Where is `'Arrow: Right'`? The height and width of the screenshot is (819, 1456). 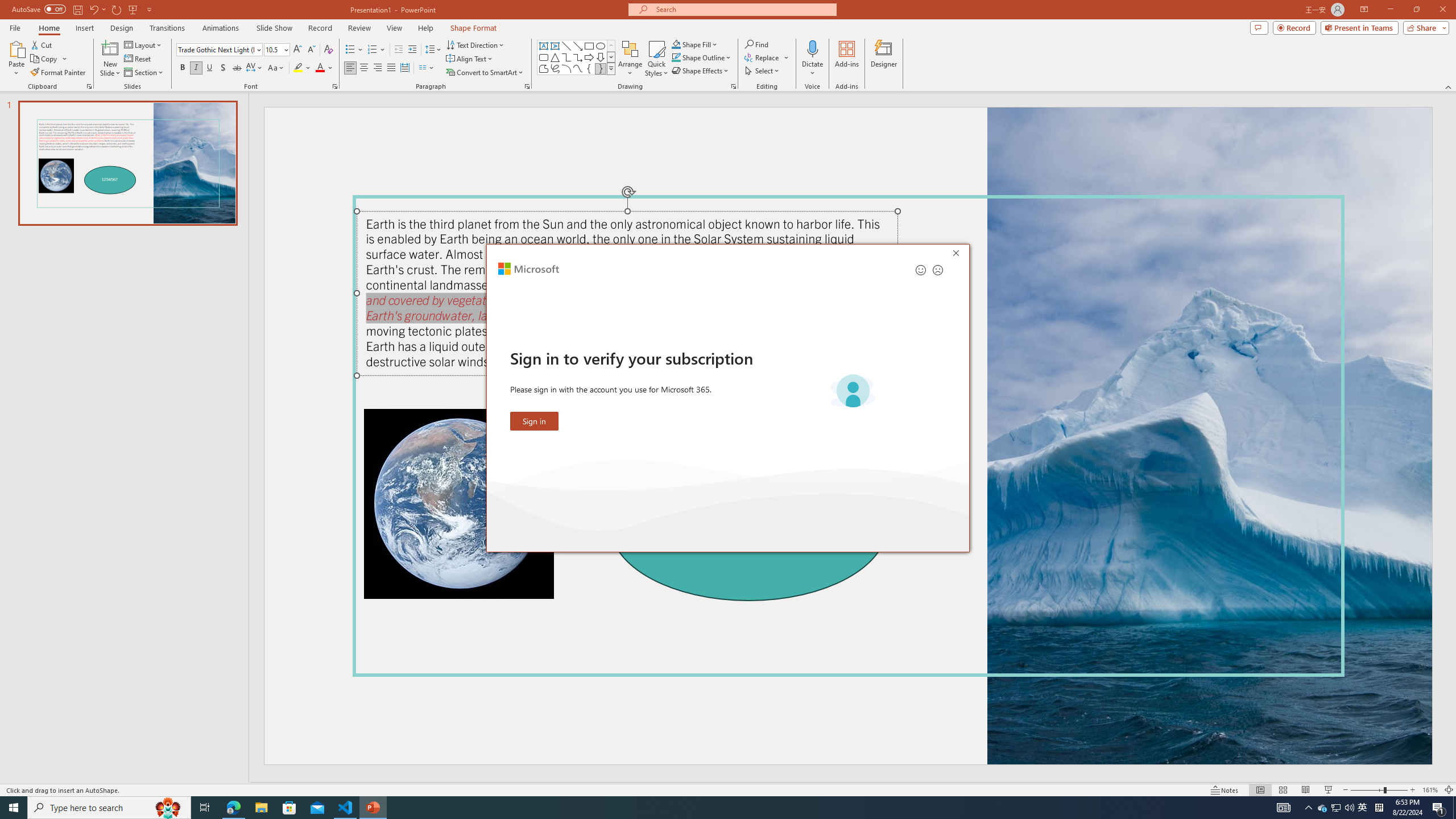
'Arrow: Right' is located at coordinates (589, 56).